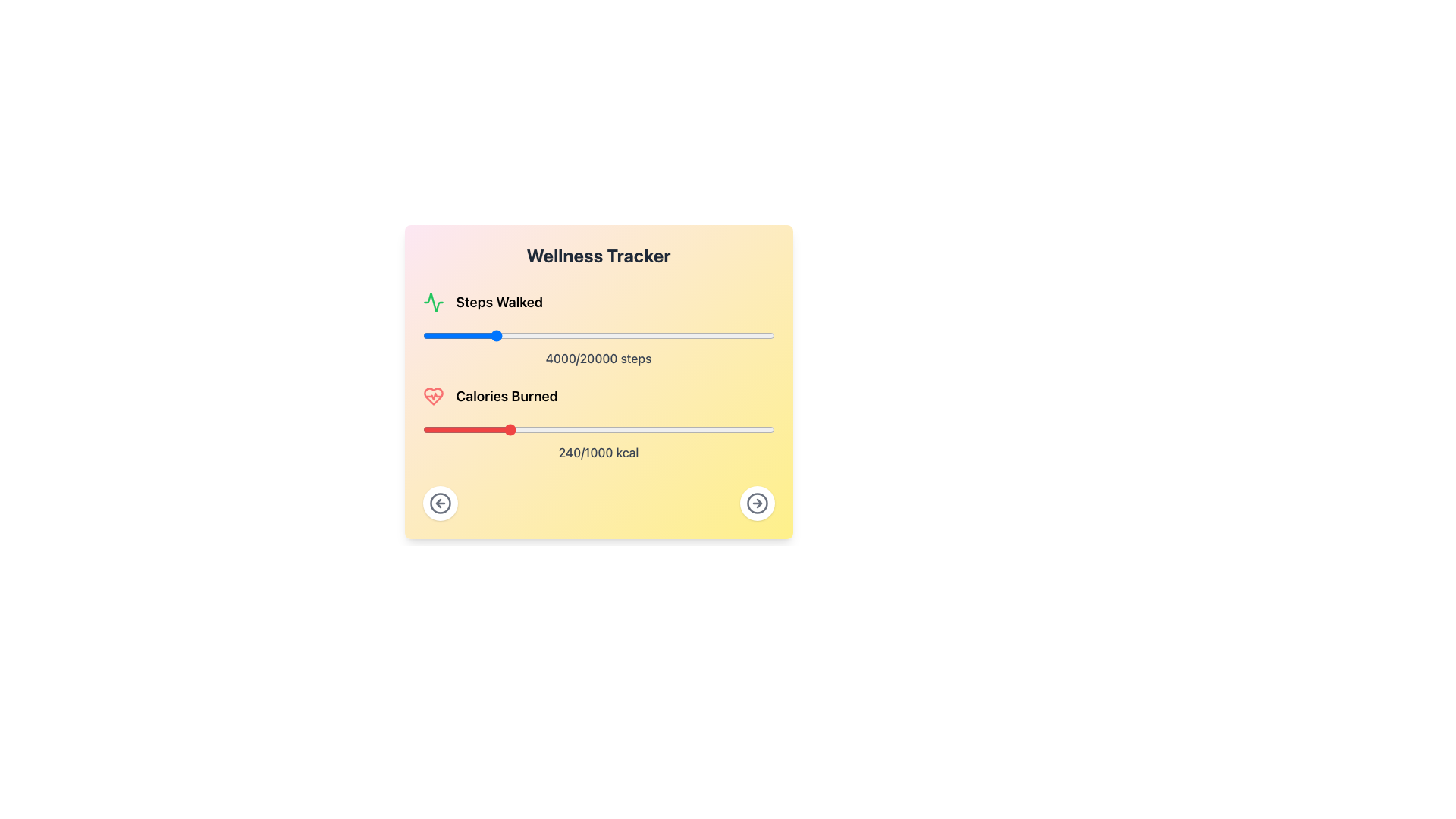 The width and height of the screenshot is (1456, 819). What do you see at coordinates (605, 430) in the screenshot?
I see `the calories burned slider` at bounding box center [605, 430].